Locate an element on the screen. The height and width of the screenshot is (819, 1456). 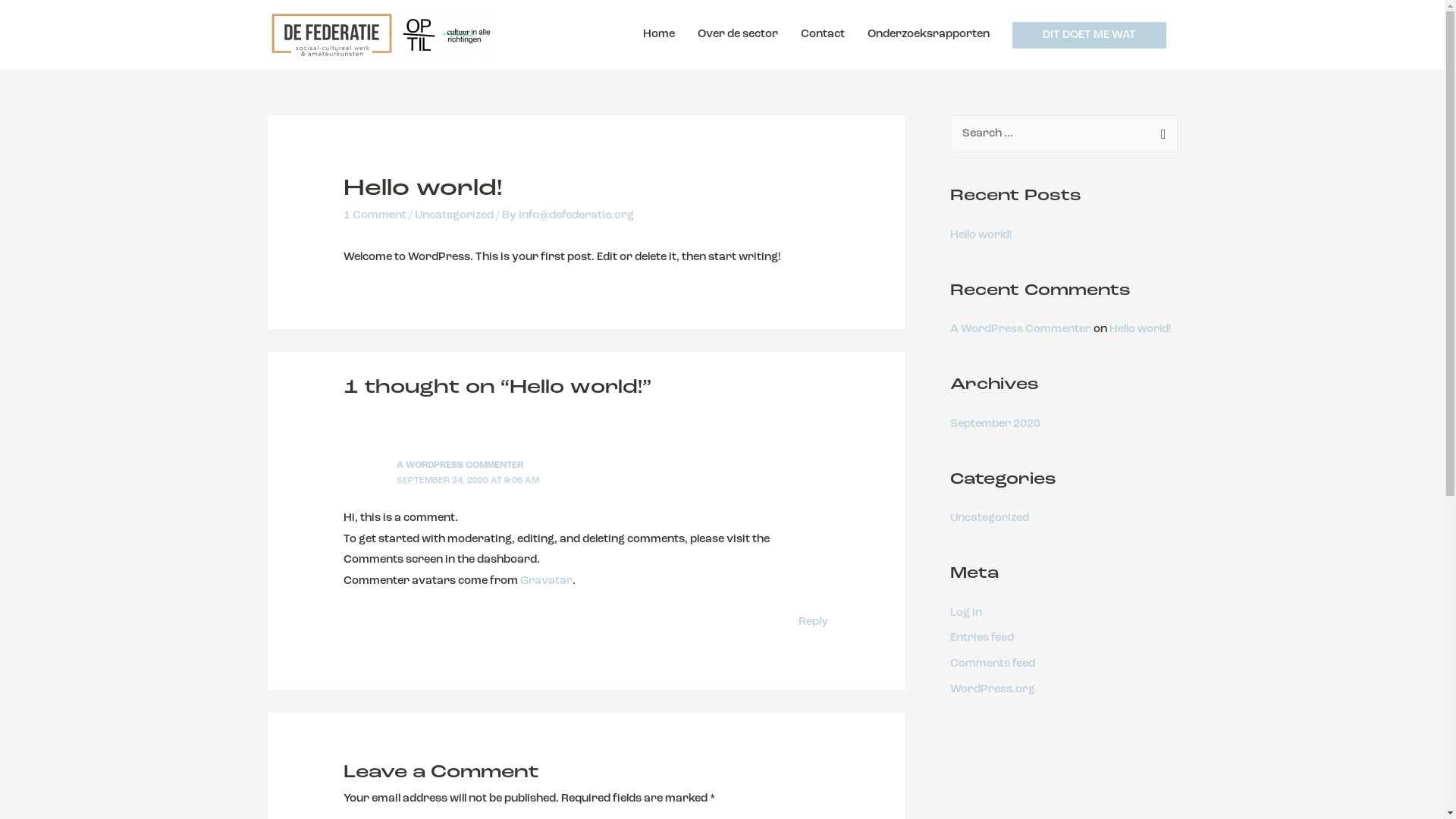
'Gravatar' is located at coordinates (546, 580).